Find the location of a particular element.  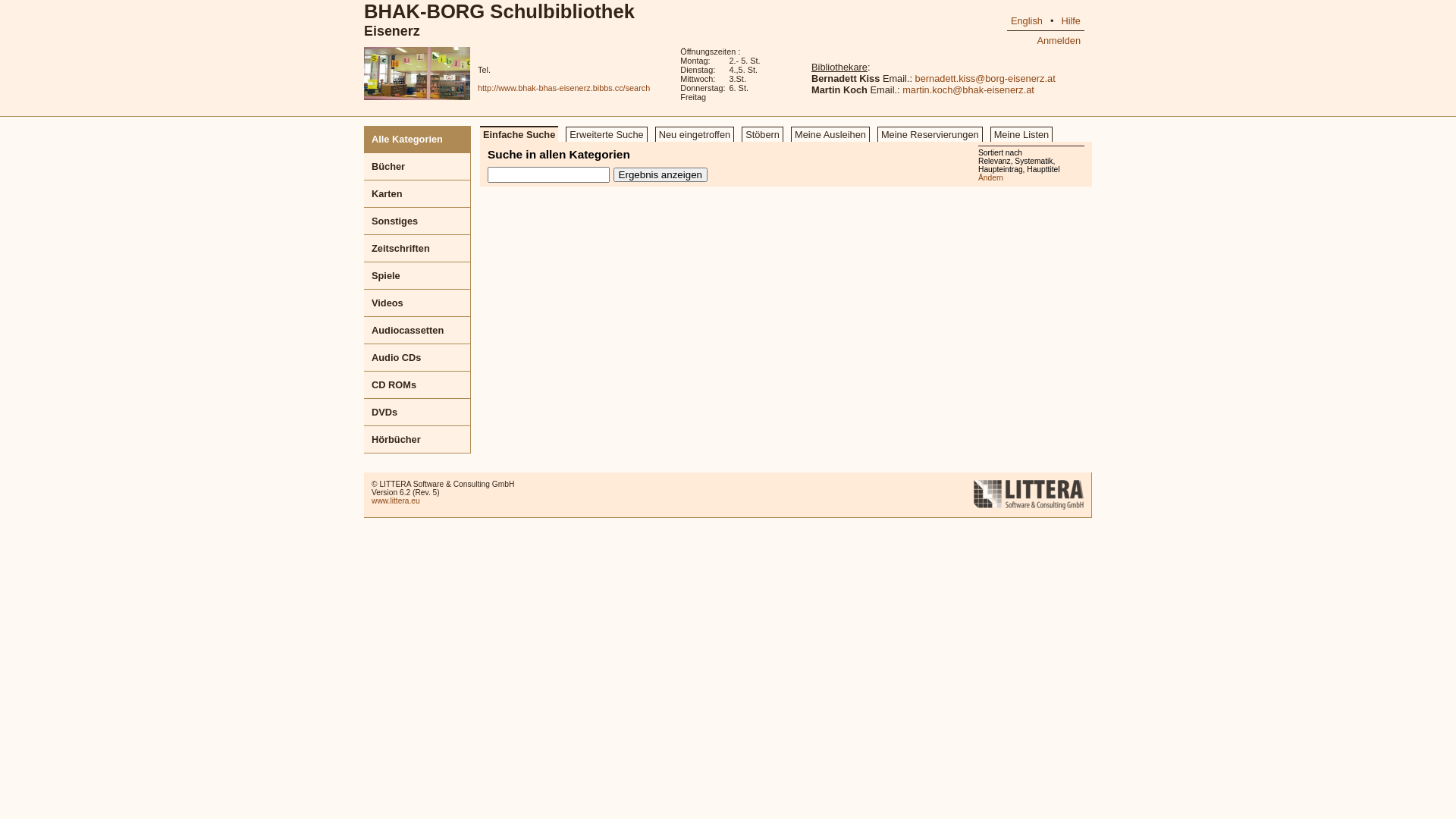

'Karten' is located at coordinates (417, 193).